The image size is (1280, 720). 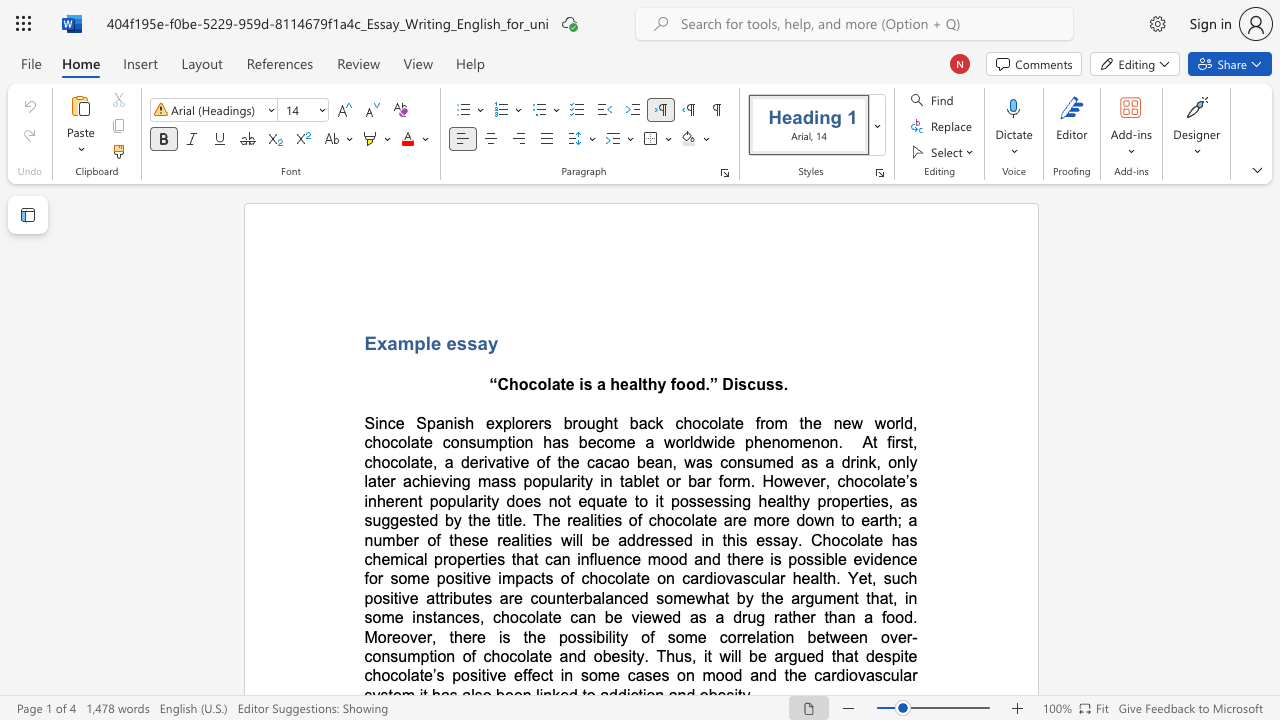 What do you see at coordinates (739, 559) in the screenshot?
I see `the subset text "ere i" within the text "emical properties that can influence mood and there is"` at bounding box center [739, 559].